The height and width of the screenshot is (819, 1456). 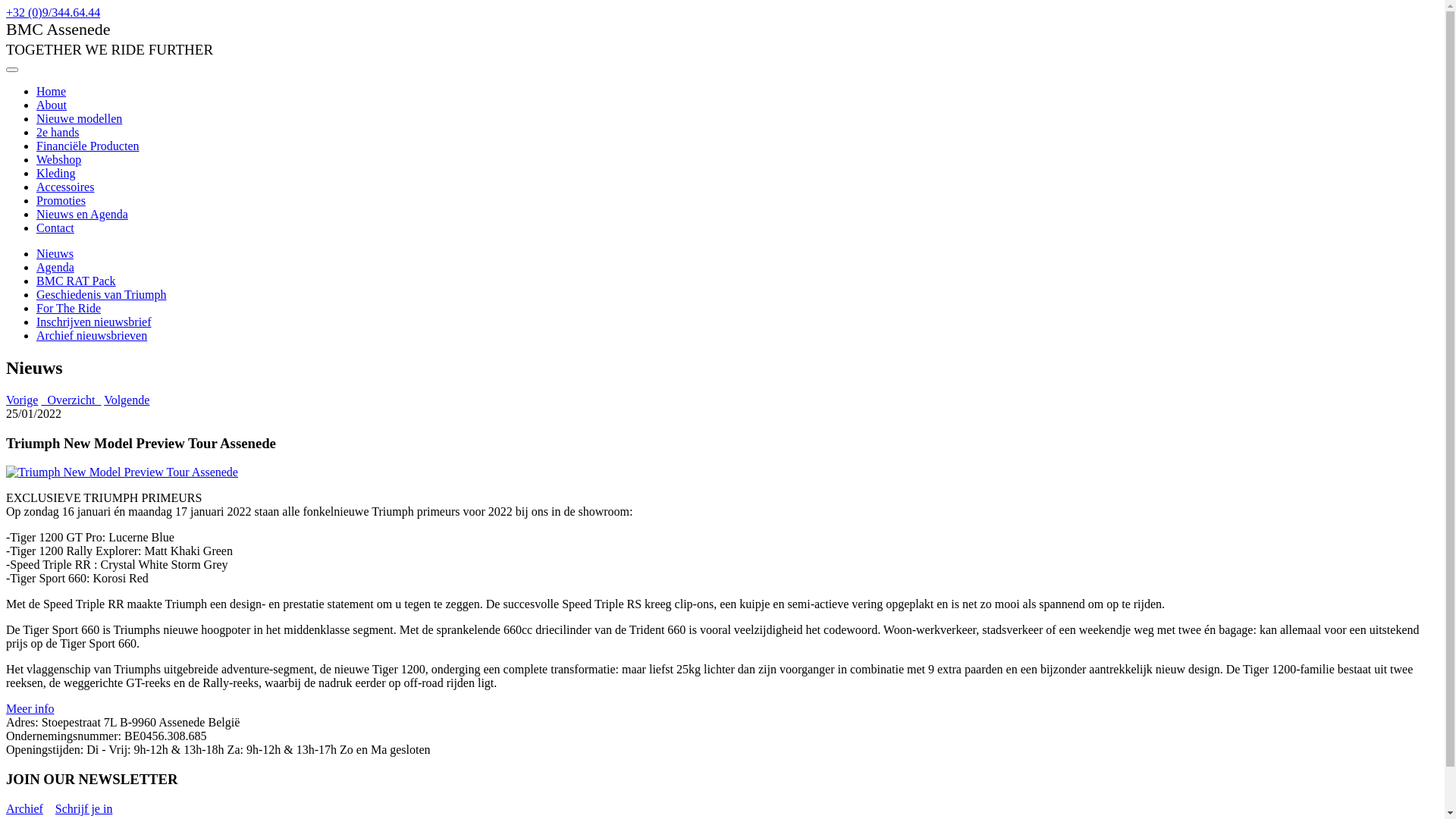 What do you see at coordinates (36, 104) in the screenshot?
I see `'About'` at bounding box center [36, 104].